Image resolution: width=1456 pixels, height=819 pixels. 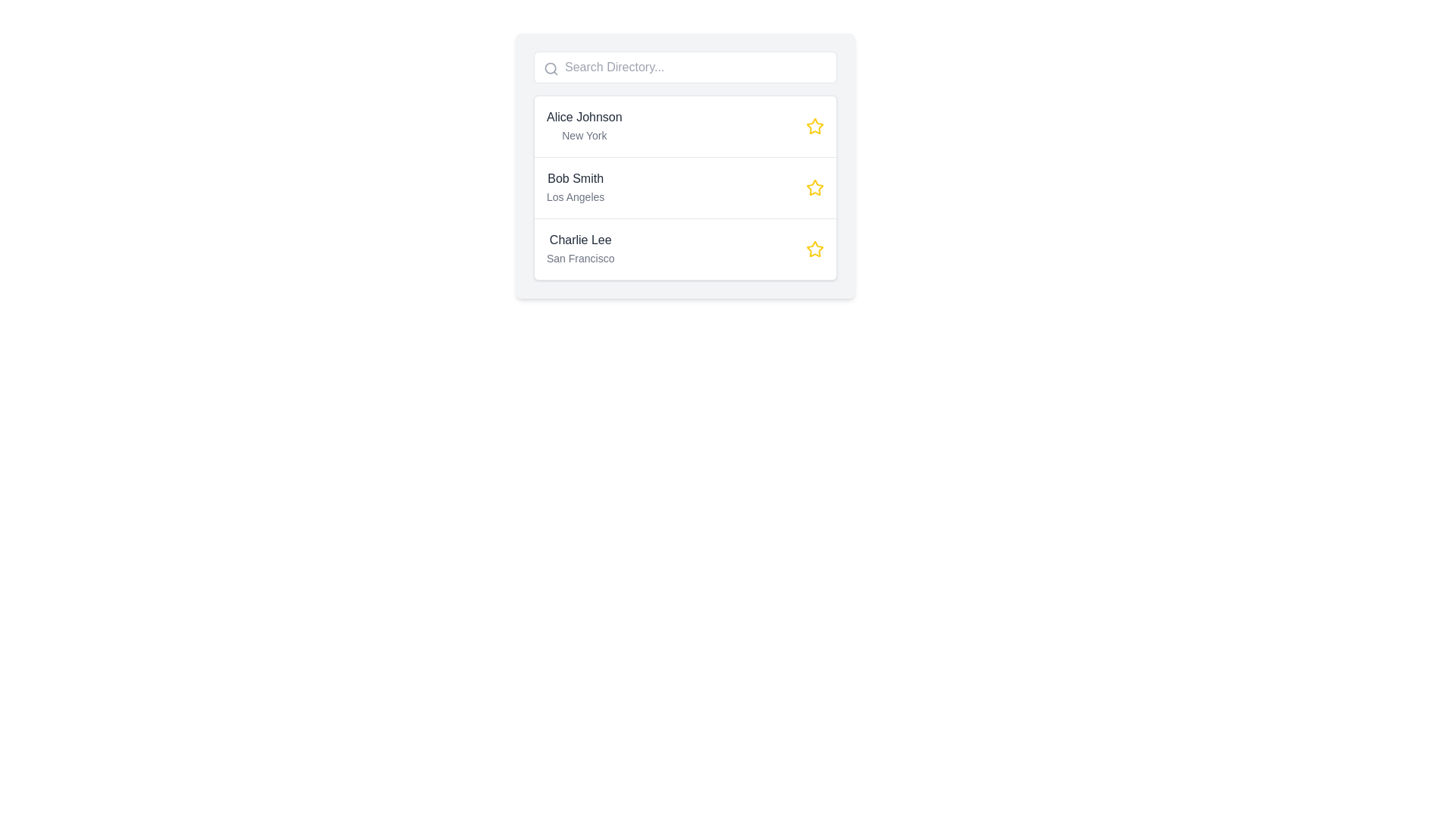 What do you see at coordinates (684, 166) in the screenshot?
I see `the second list item in the user directory interface, which has a light gray background and contains a name and location, positioned directly below the first item` at bounding box center [684, 166].